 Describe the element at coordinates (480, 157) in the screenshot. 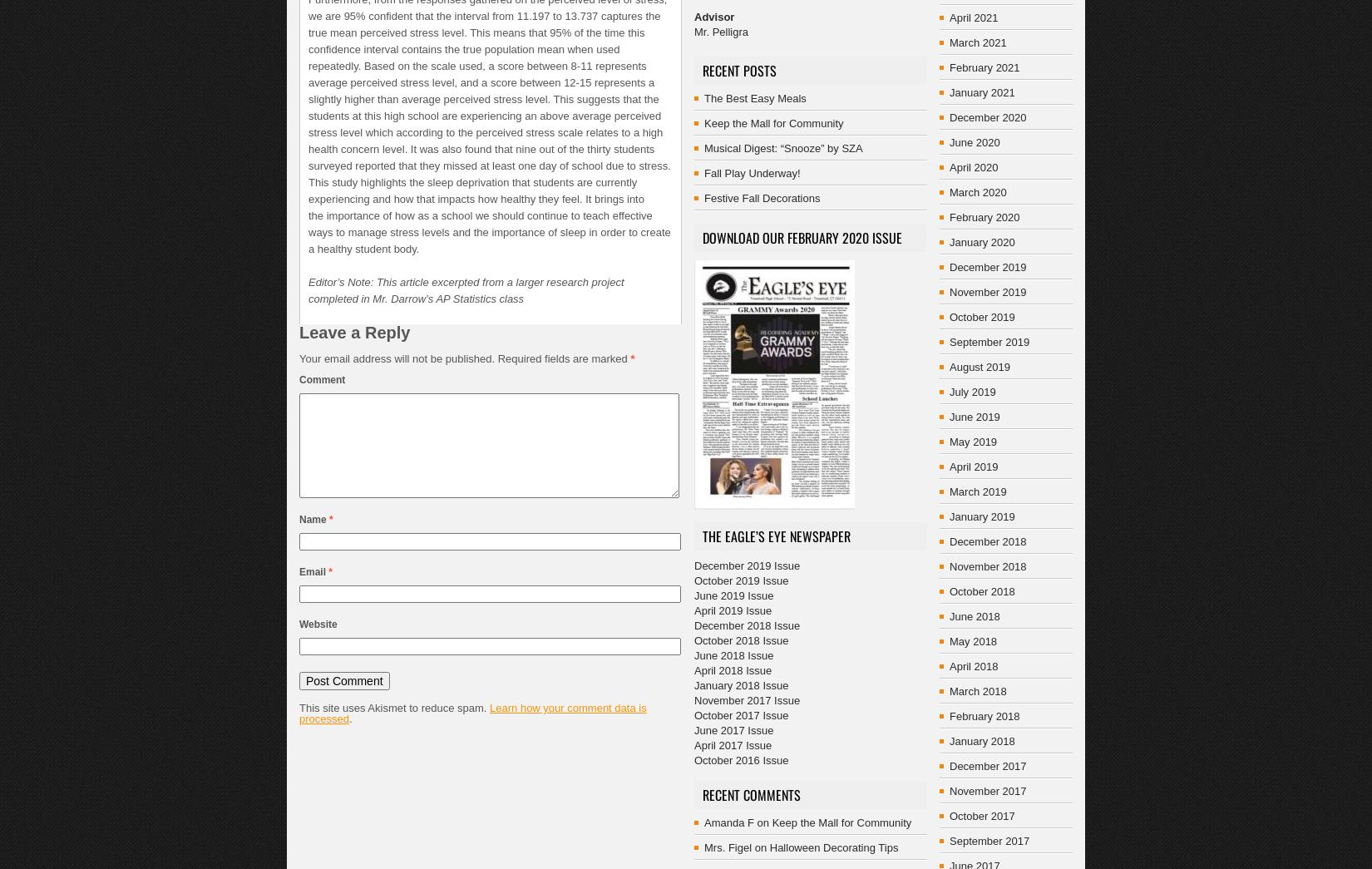

I see `'concern level. It was also found that nine out of the thirty students surveyed reported that they'` at that location.